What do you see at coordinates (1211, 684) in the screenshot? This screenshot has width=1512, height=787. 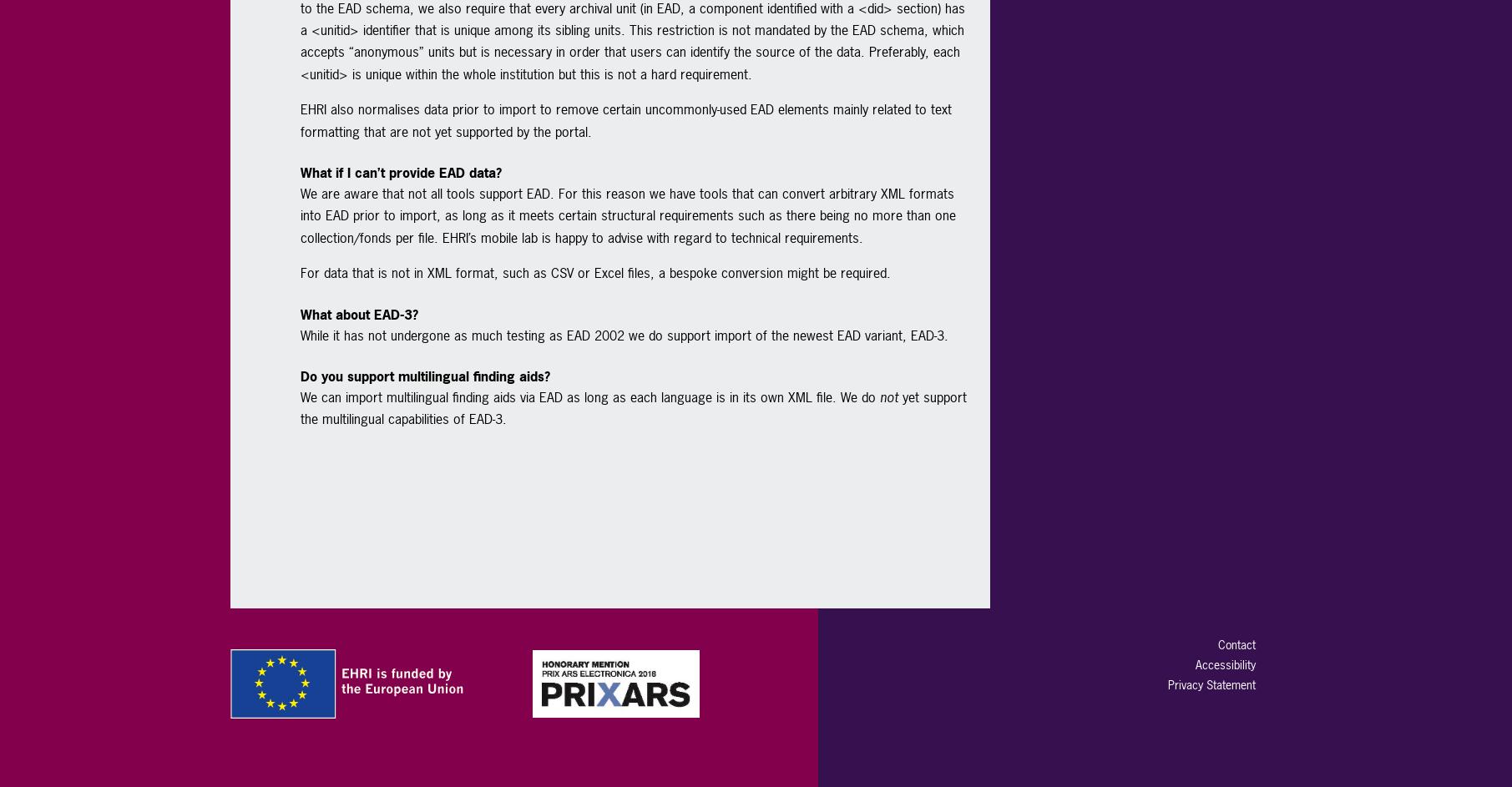 I see `'Privacy Statement'` at bounding box center [1211, 684].